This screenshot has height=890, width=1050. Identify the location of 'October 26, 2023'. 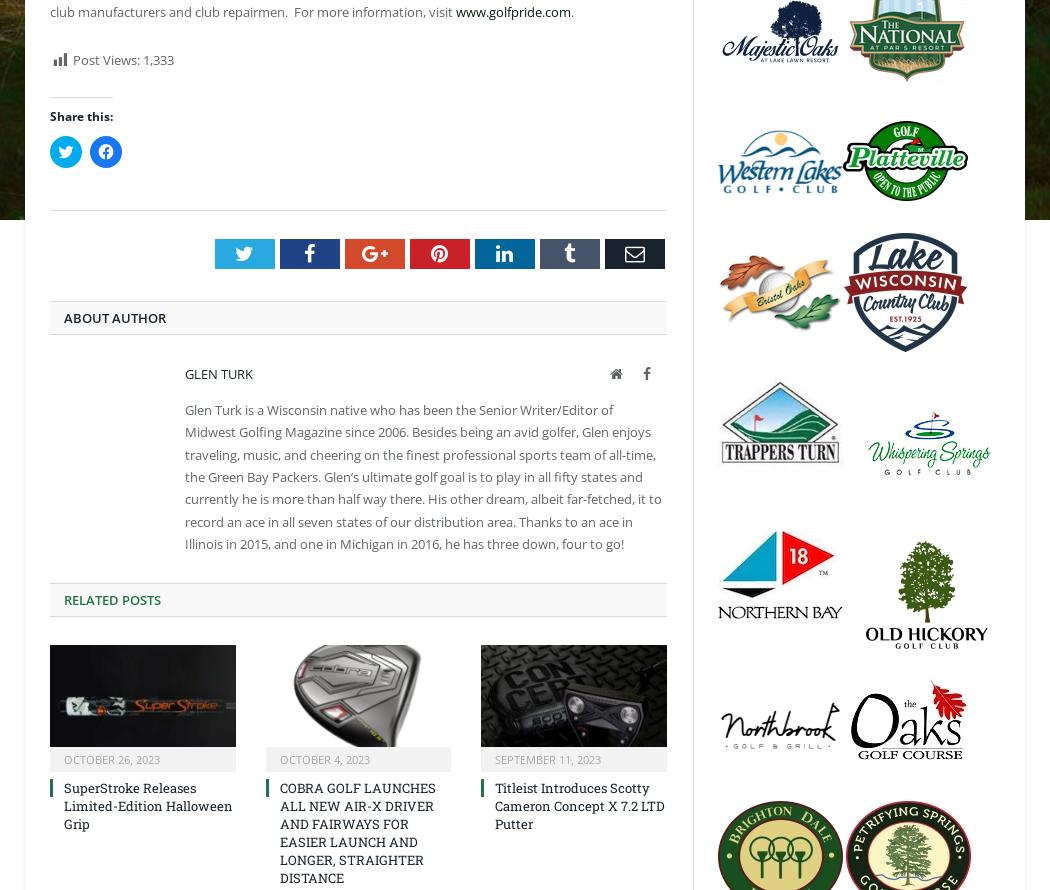
(112, 758).